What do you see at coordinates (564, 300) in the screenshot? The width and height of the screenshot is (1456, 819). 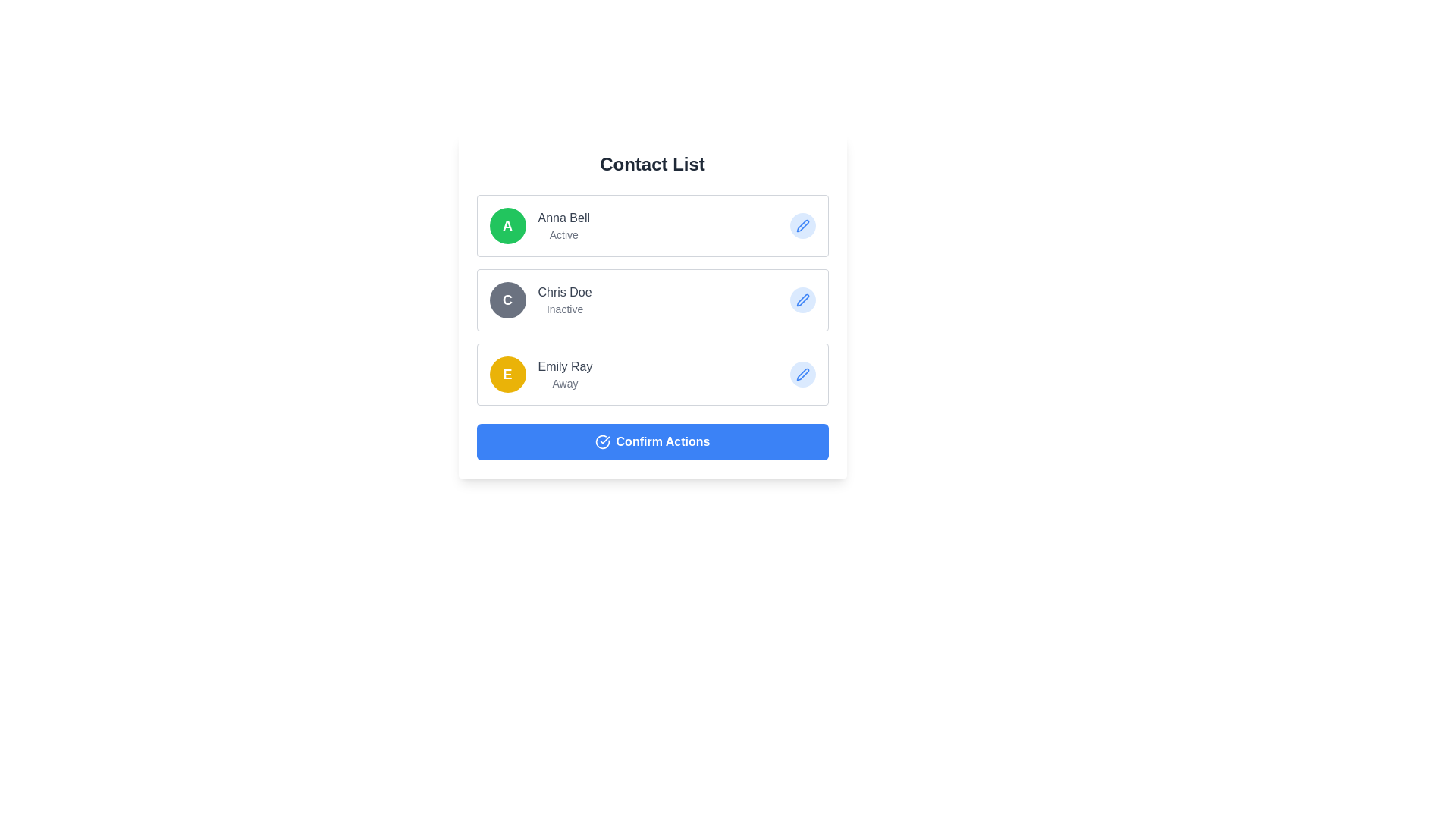 I see `the text label displaying the contact's name and current status, which is positioned to the right of the circular avatar with the letter 'C'` at bounding box center [564, 300].